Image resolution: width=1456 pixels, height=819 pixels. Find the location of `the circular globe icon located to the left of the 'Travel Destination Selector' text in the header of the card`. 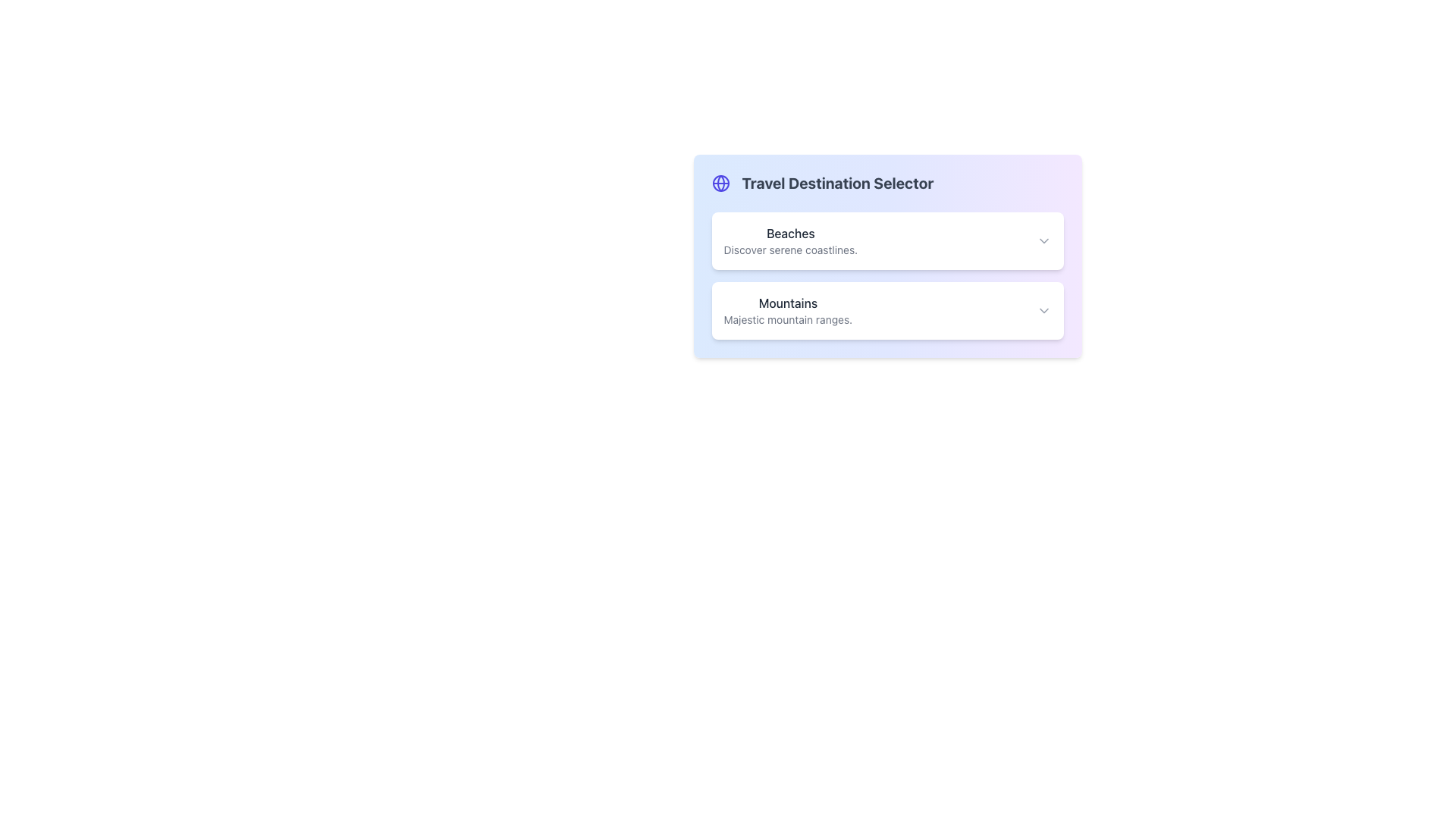

the circular globe icon located to the left of the 'Travel Destination Selector' text in the header of the card is located at coordinates (720, 183).